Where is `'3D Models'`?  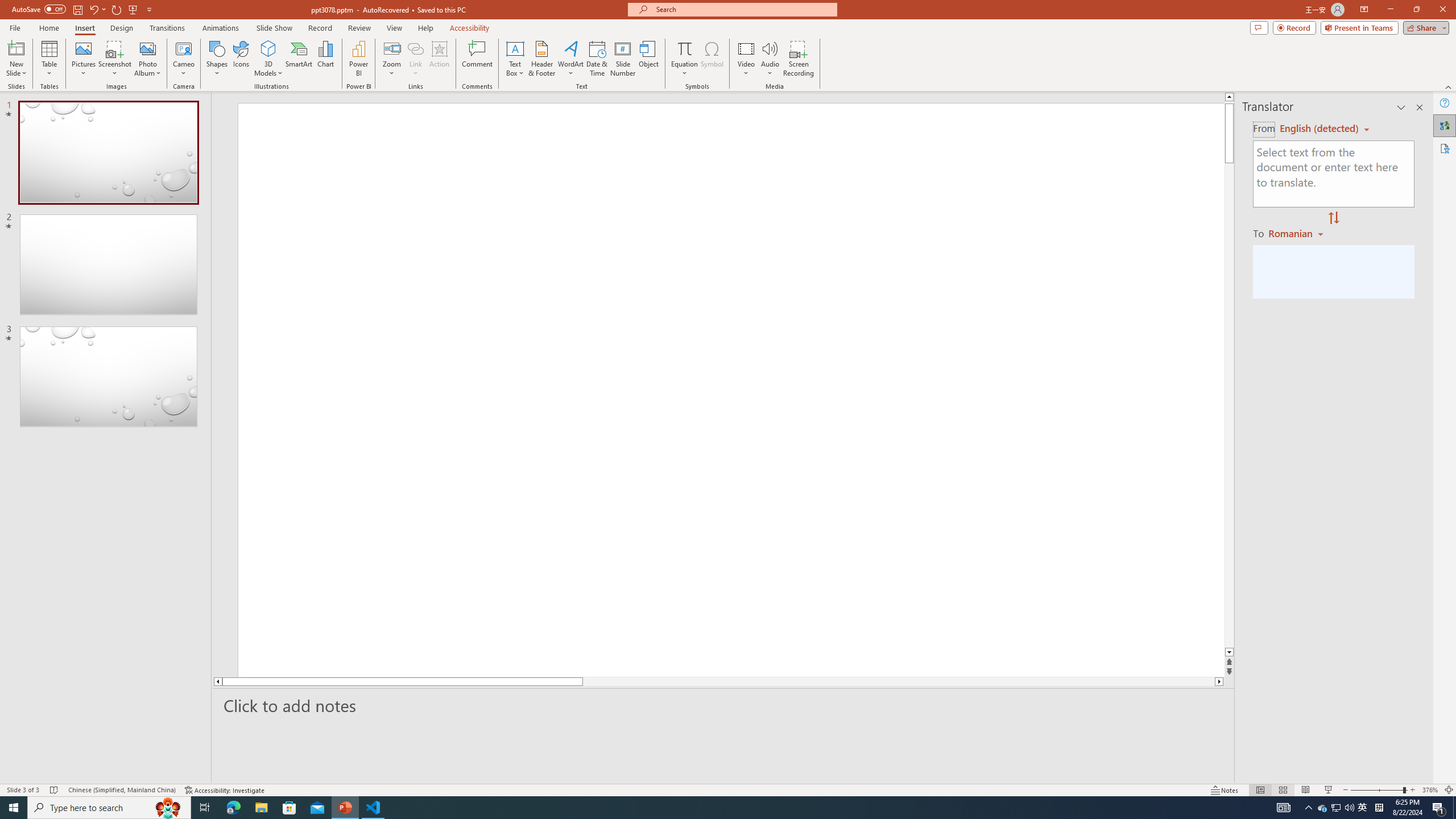
'3D Models' is located at coordinates (268, 59).